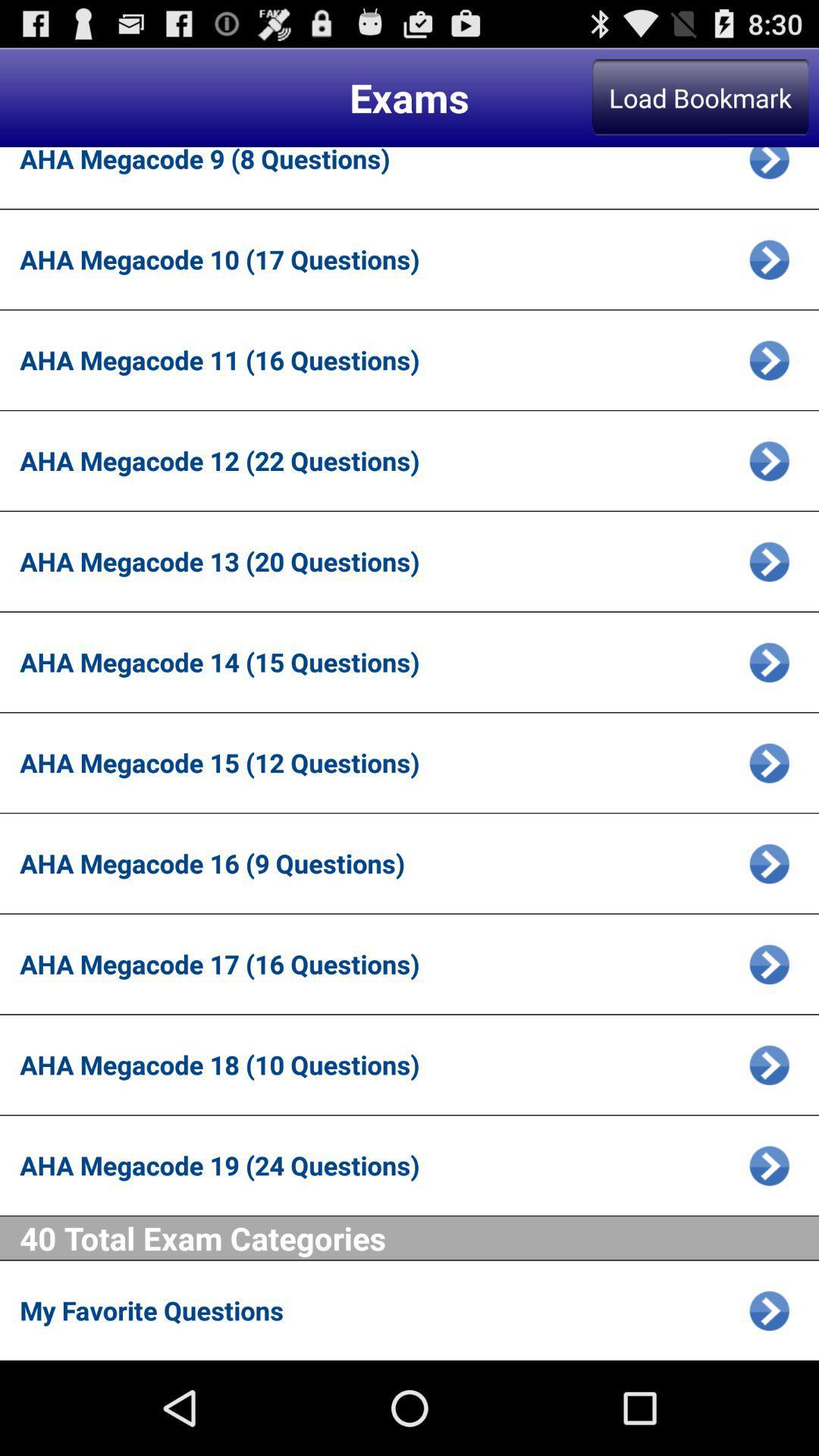  Describe the element at coordinates (769, 662) in the screenshot. I see `megacode 14` at that location.